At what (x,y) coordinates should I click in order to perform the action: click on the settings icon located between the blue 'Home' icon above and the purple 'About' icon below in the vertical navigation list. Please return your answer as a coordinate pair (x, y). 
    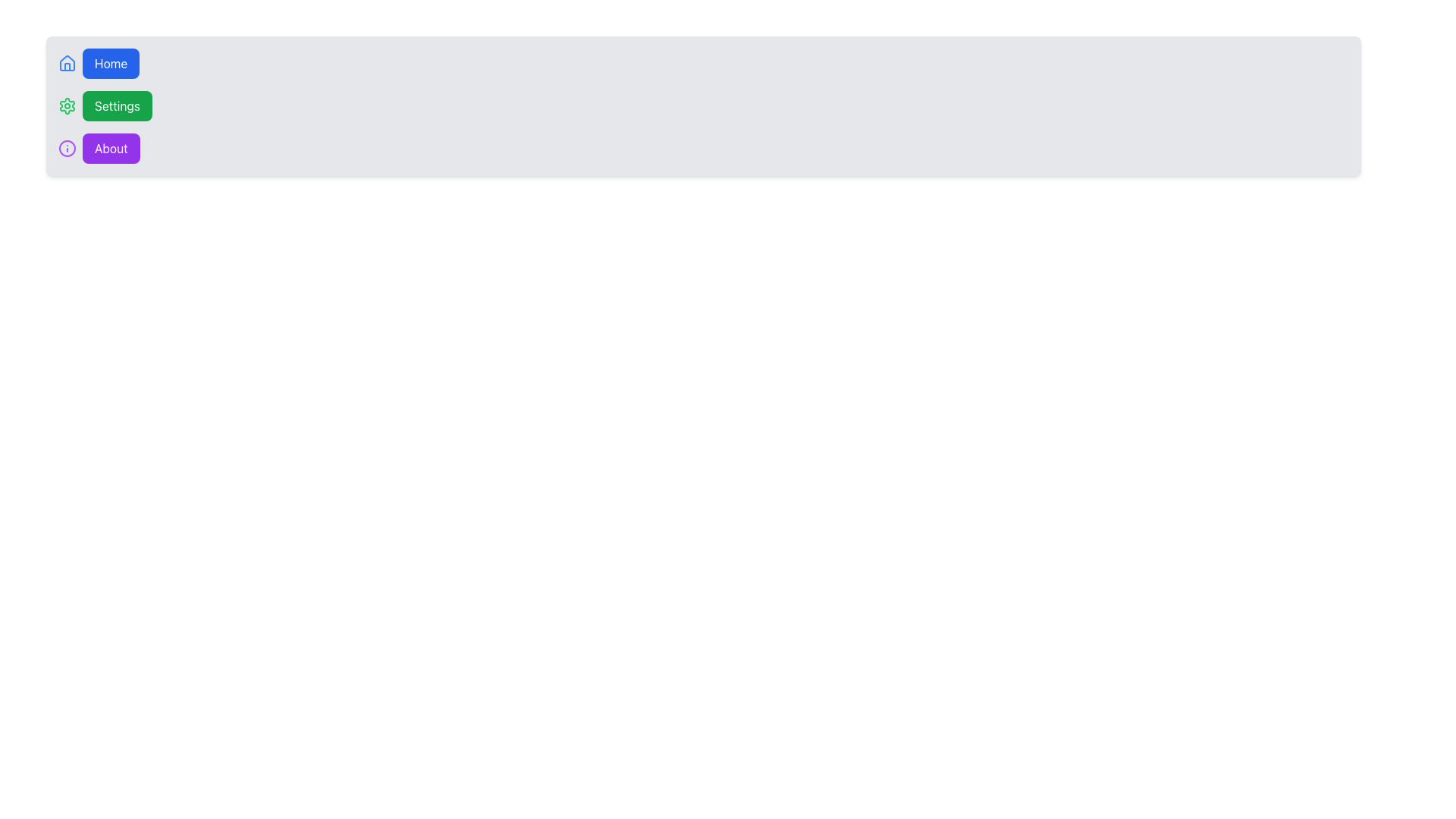
    Looking at the image, I should click on (67, 105).